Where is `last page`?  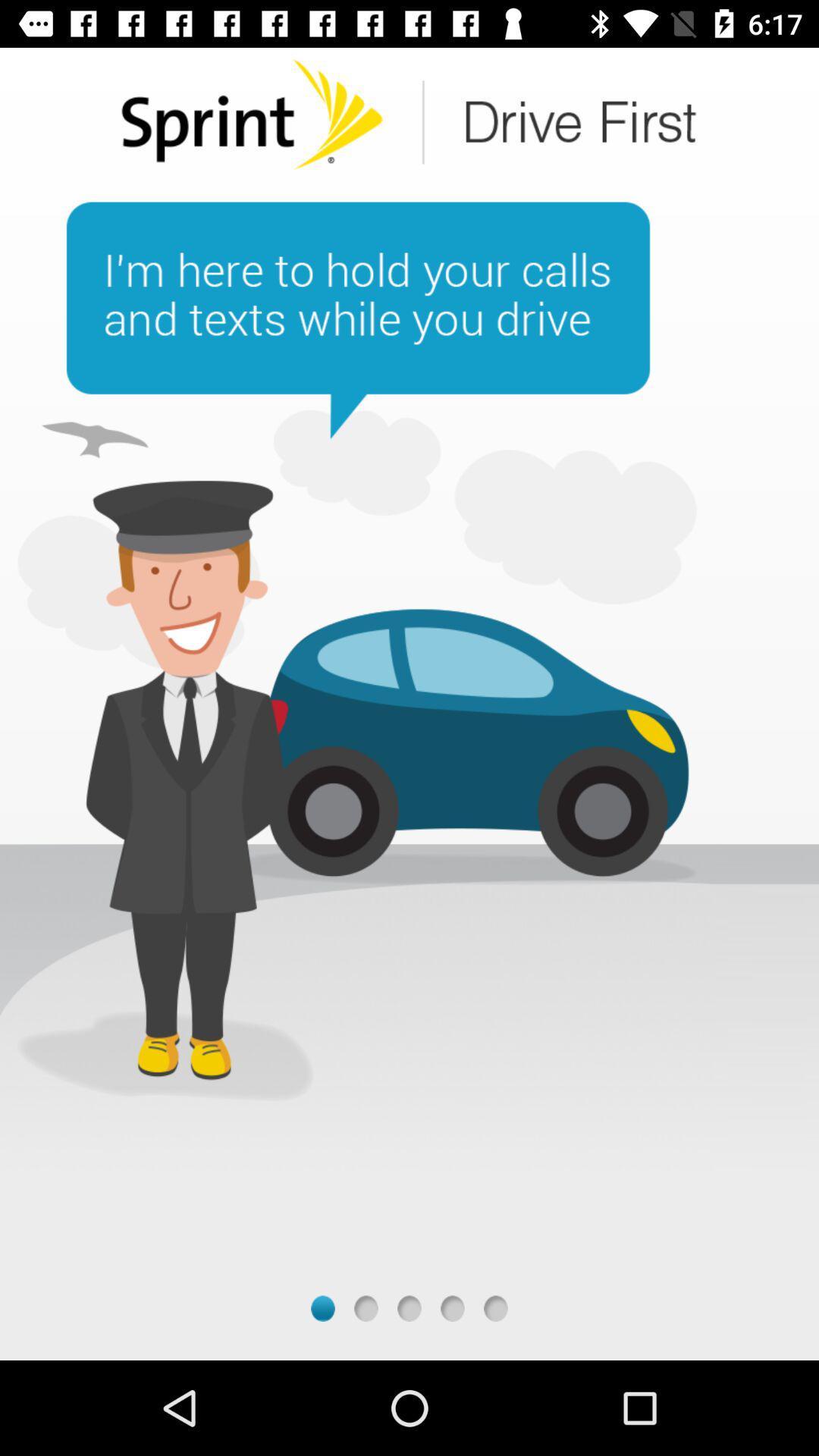
last page is located at coordinates (496, 1307).